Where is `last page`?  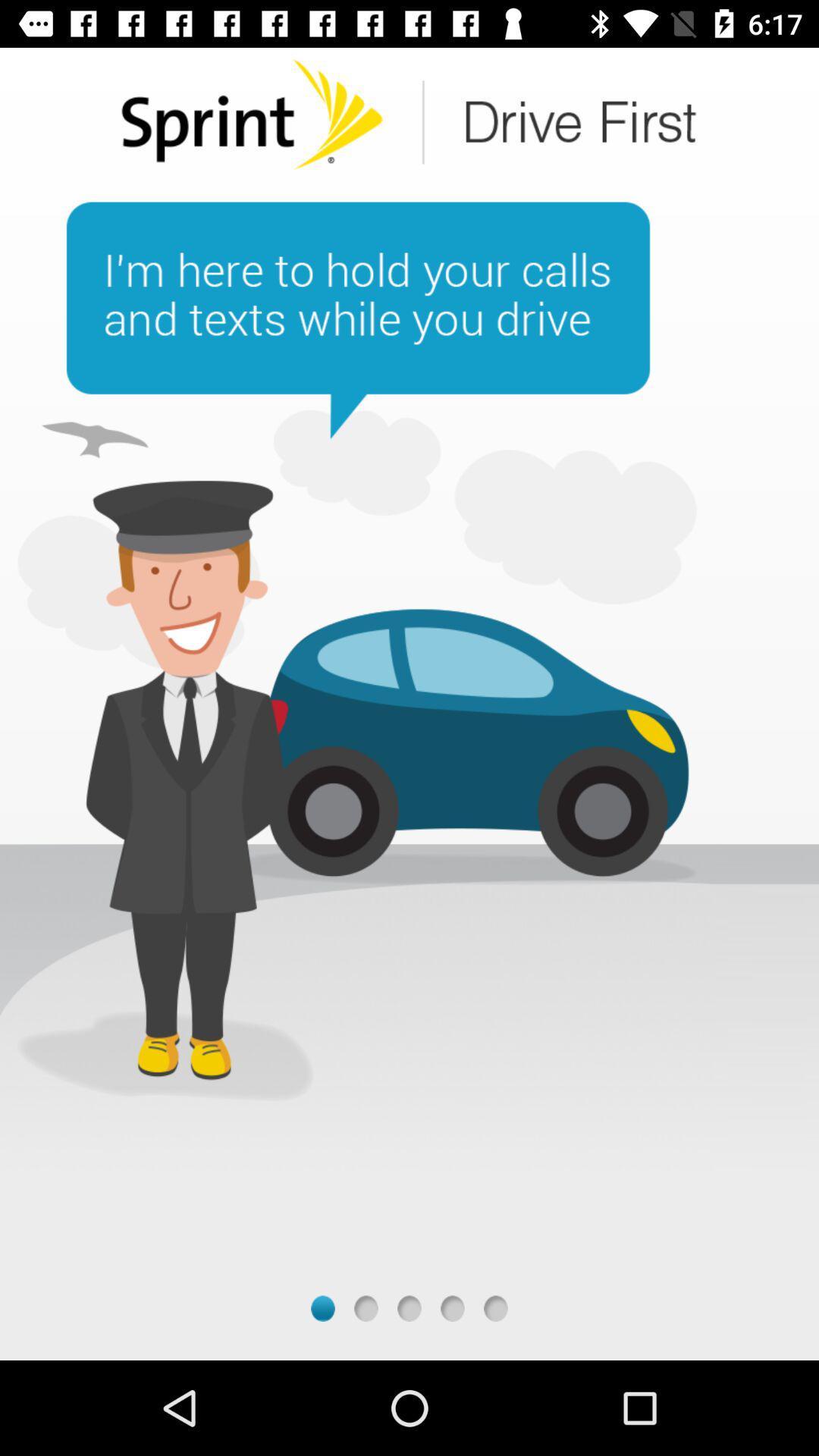
last page is located at coordinates (496, 1307).